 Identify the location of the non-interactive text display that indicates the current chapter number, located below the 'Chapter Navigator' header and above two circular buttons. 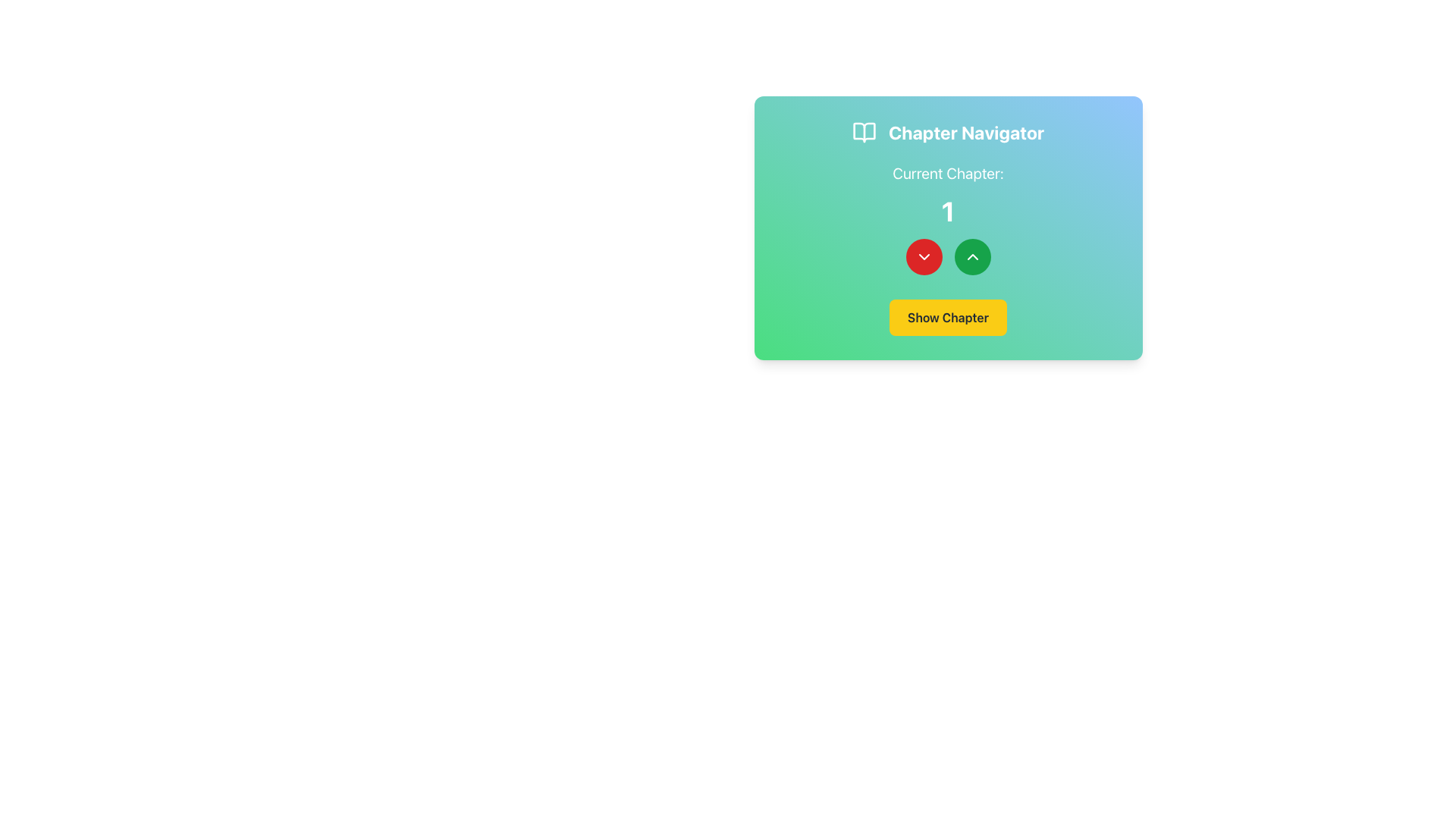
(947, 219).